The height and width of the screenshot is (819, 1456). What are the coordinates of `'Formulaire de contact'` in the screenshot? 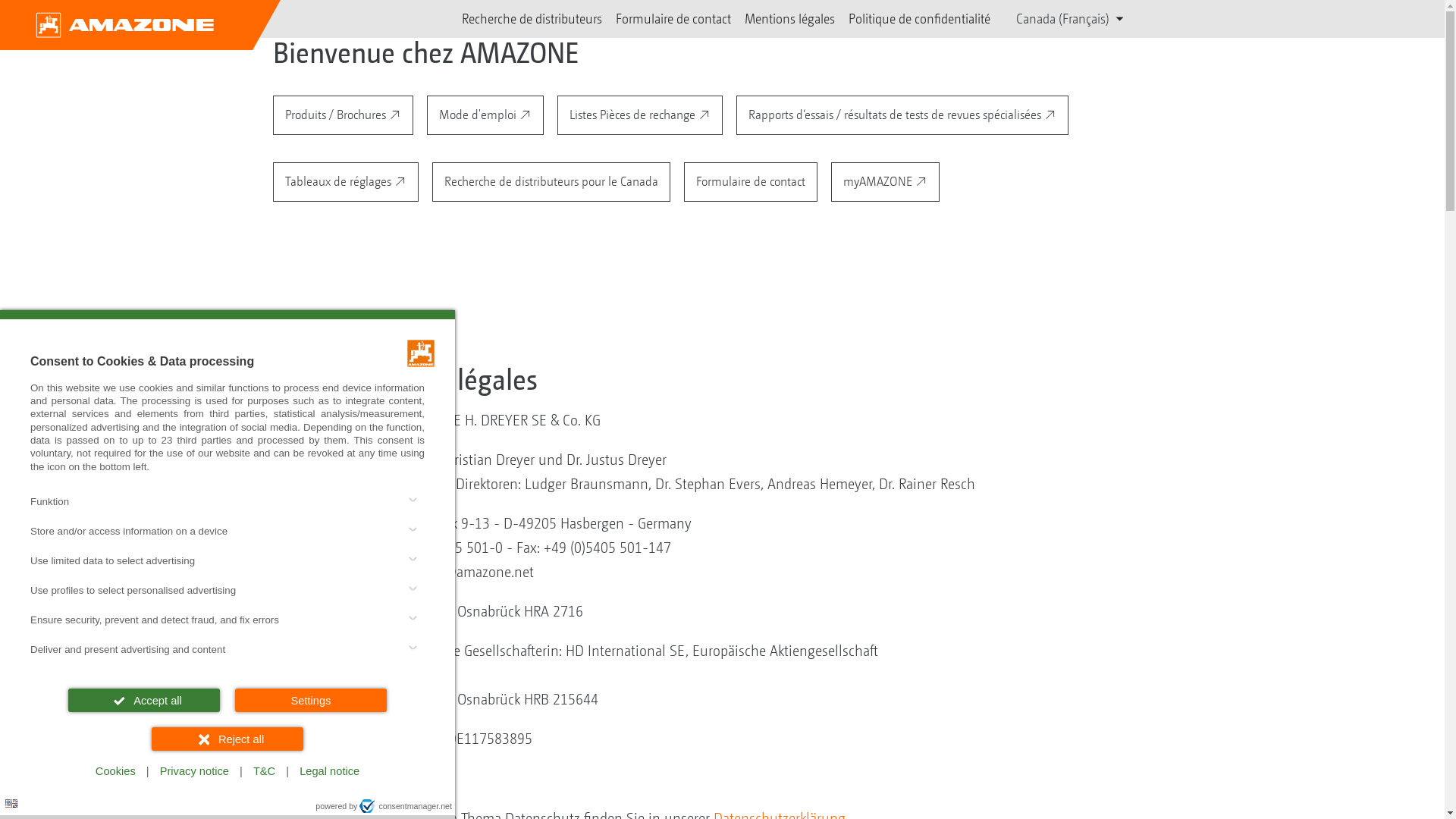 It's located at (615, 18).